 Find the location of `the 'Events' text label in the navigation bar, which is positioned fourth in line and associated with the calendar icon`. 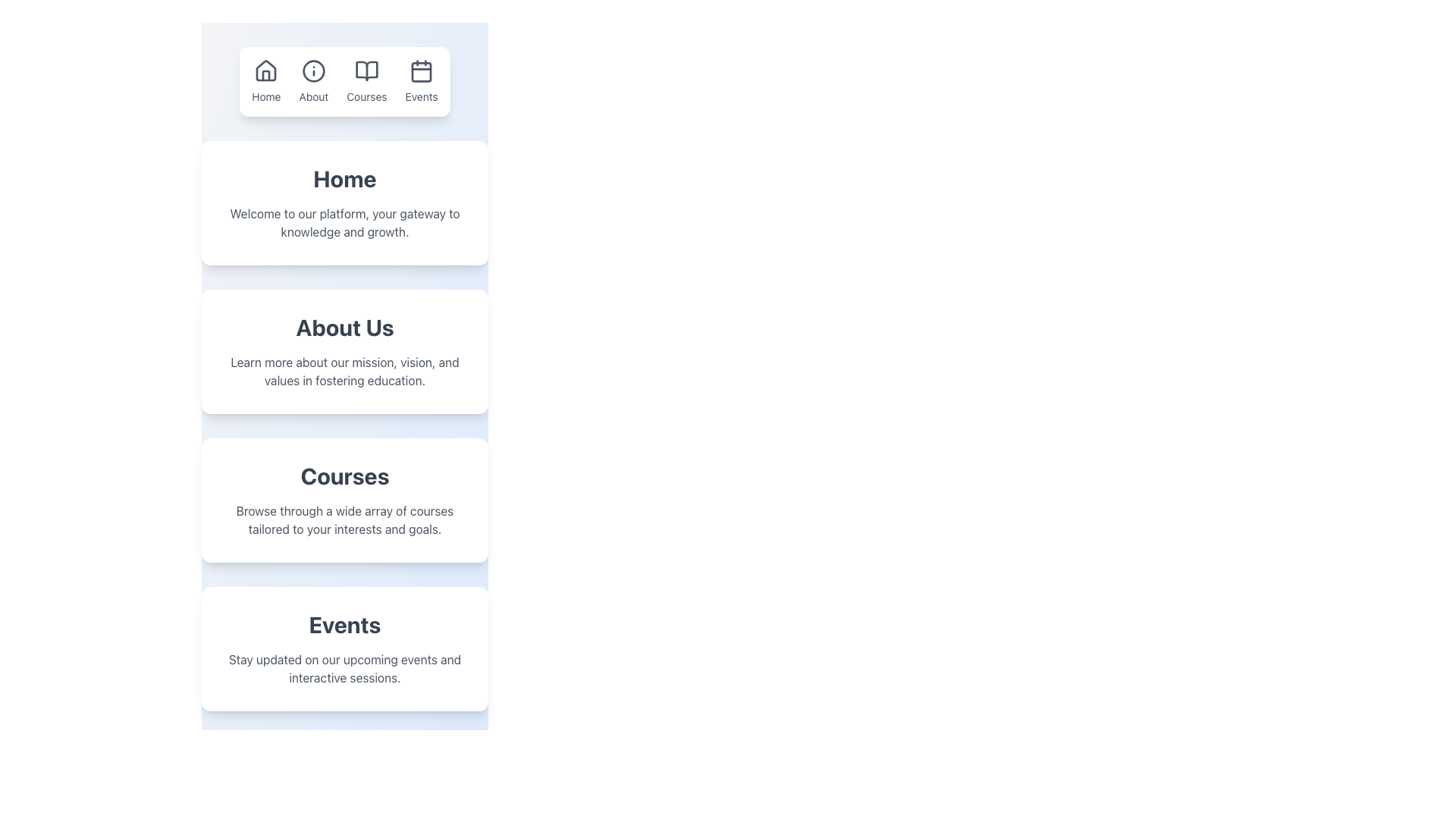

the 'Events' text label in the navigation bar, which is positioned fourth in line and associated with the calendar icon is located at coordinates (422, 96).